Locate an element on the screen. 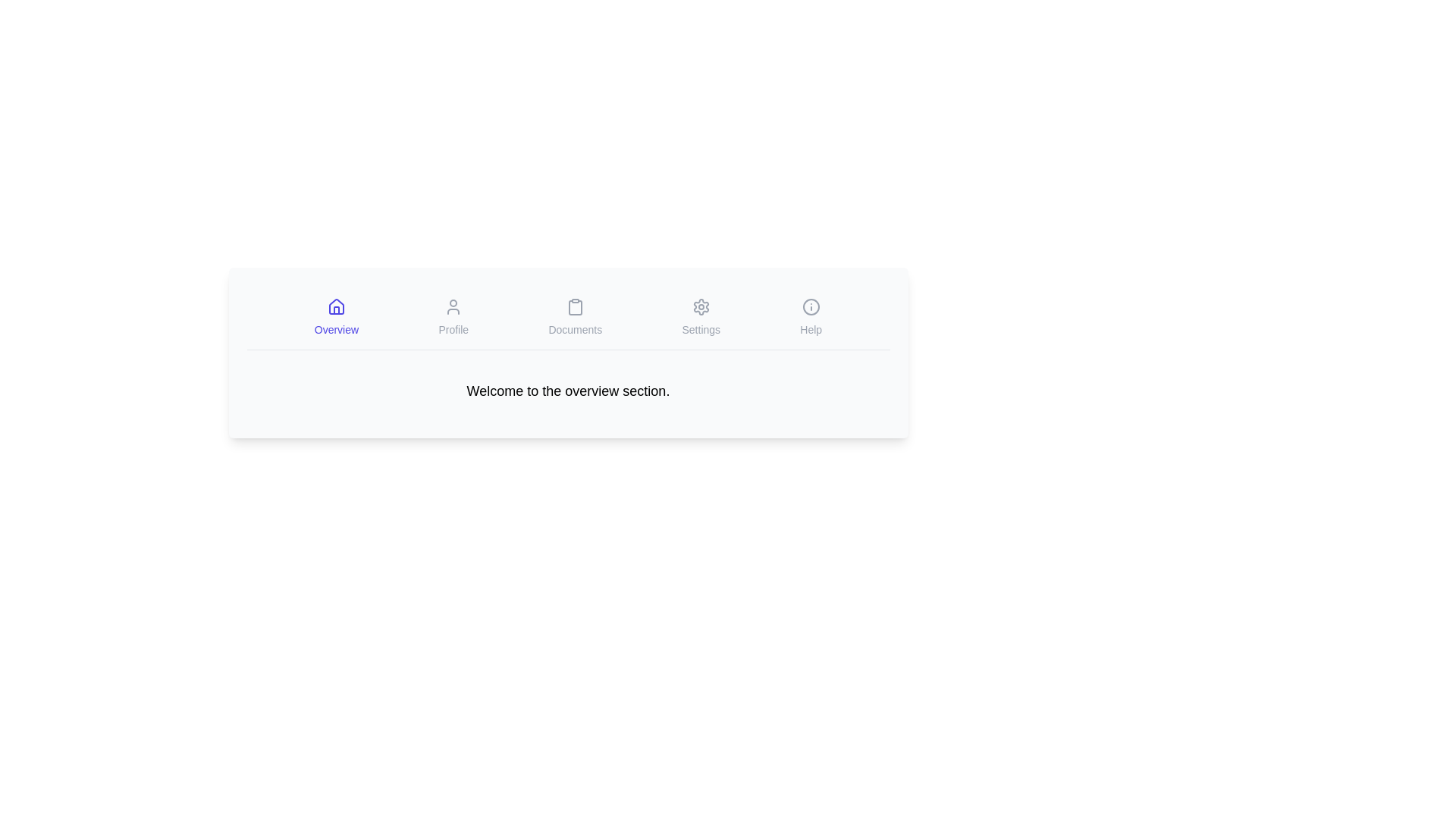  the 'Overview' navigation icon located at the top center of the interface is located at coordinates (335, 307).